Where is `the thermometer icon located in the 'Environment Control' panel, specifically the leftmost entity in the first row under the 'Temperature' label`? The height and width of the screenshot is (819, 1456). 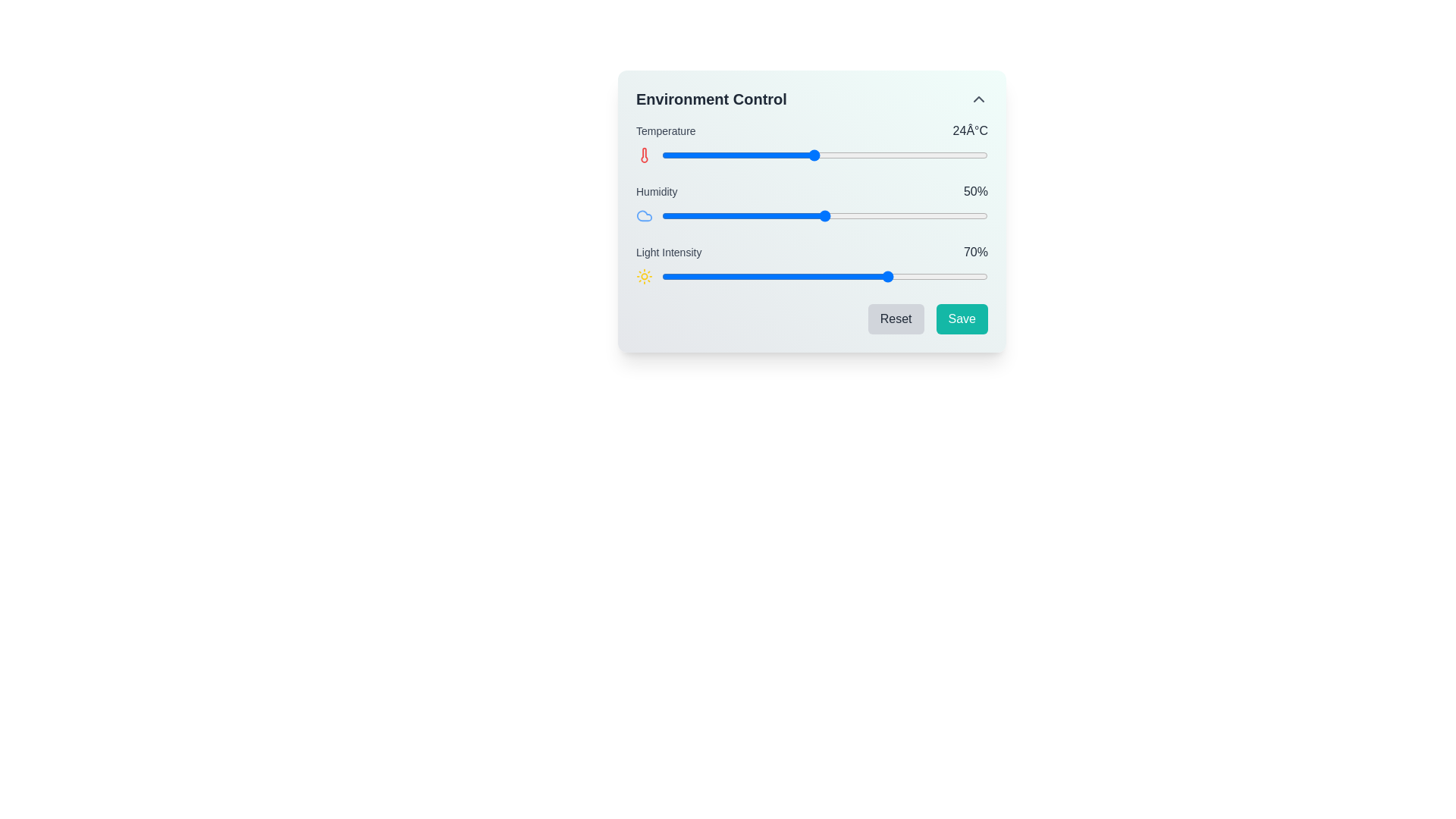 the thermometer icon located in the 'Environment Control' panel, specifically the leftmost entity in the first row under the 'Temperature' label is located at coordinates (645, 155).